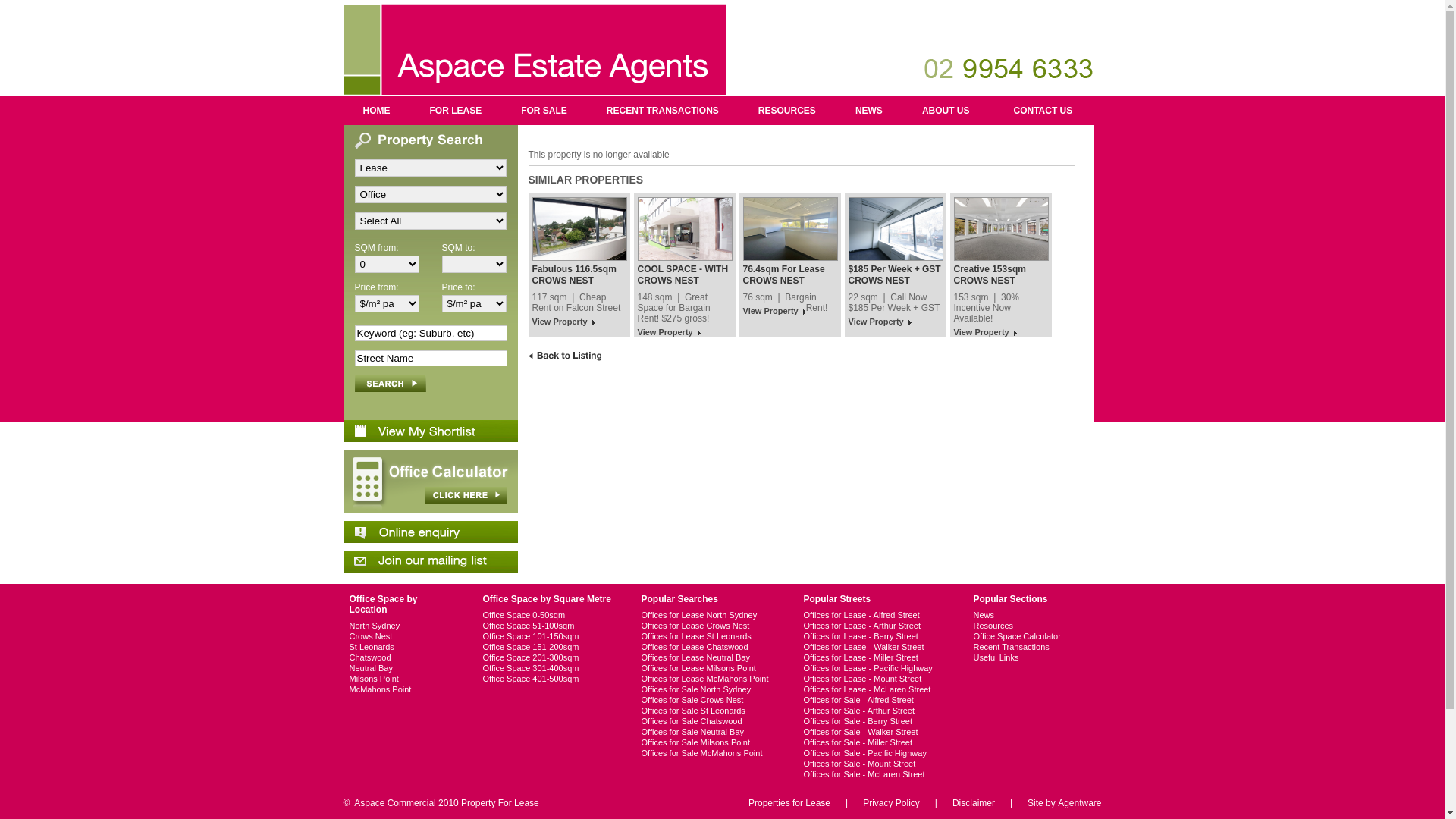 The height and width of the screenshot is (819, 1456). I want to click on 'FOR SALE', so click(544, 110).